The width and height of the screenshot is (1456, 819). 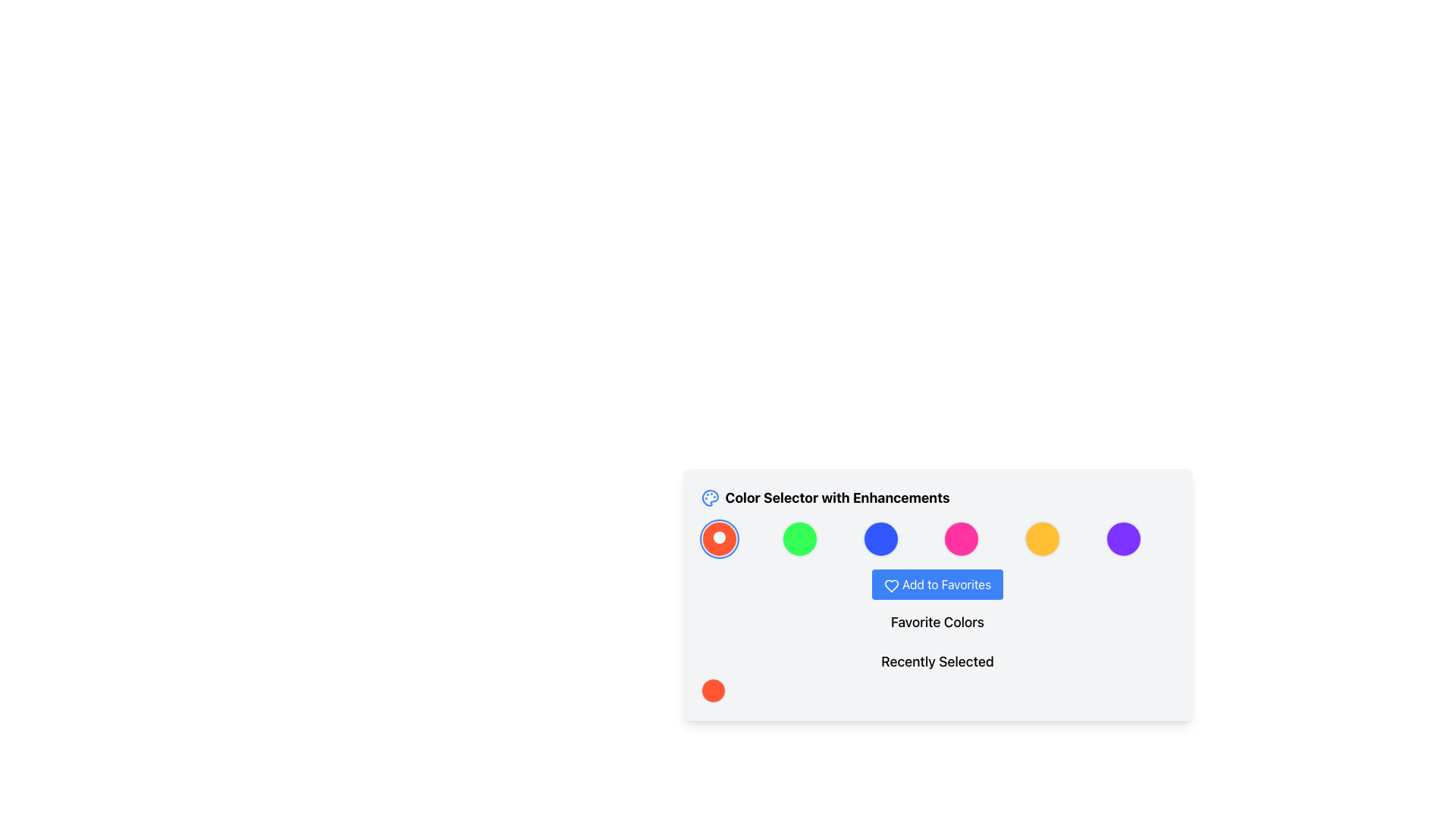 I want to click on the decorative icon representing the 'Color Selector' section, located in the top-left corner of the 'Color Selector with Enhancements' section, positioned to the left of the text label, so click(x=709, y=497).